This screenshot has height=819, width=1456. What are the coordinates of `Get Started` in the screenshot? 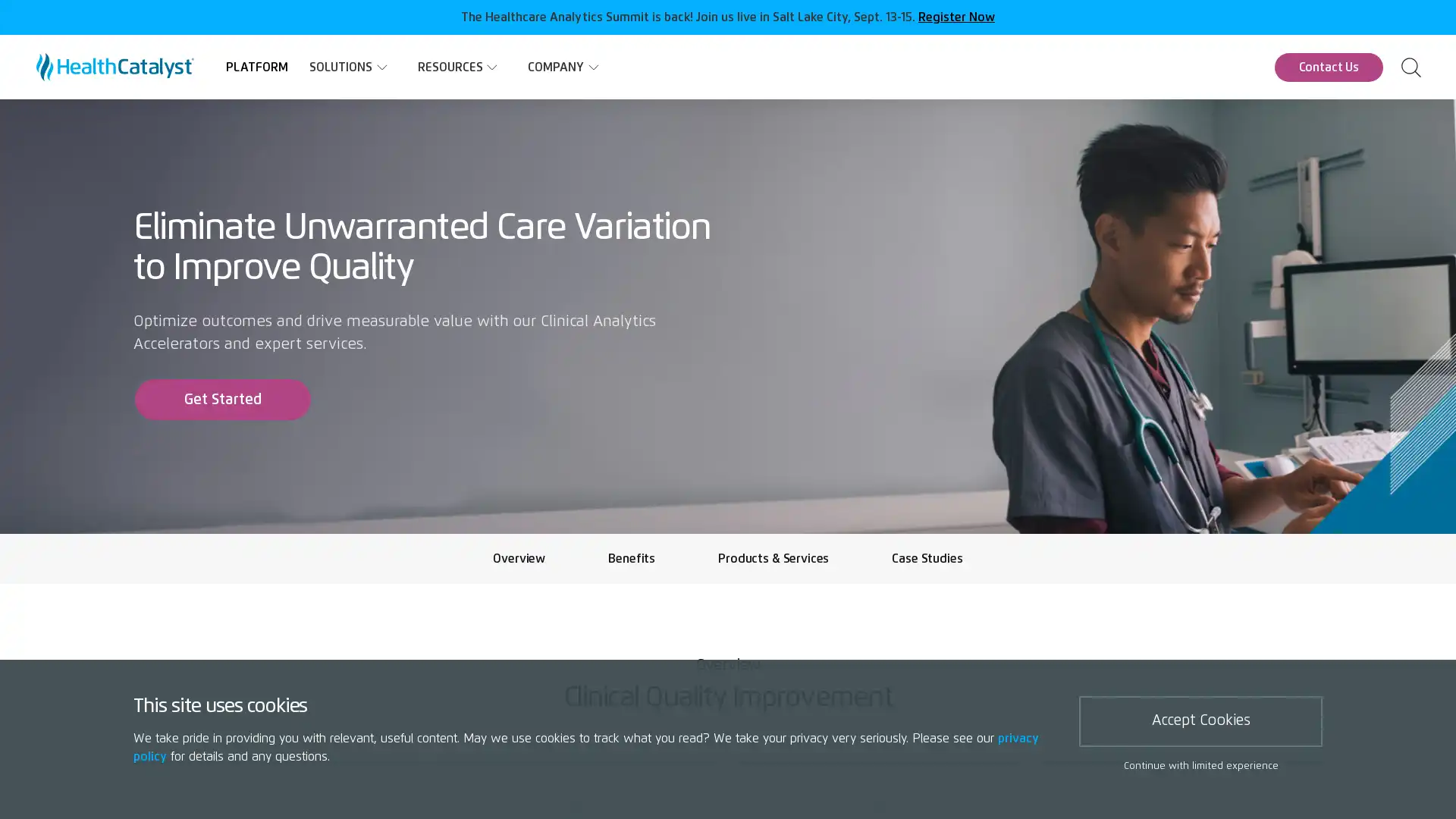 It's located at (221, 399).